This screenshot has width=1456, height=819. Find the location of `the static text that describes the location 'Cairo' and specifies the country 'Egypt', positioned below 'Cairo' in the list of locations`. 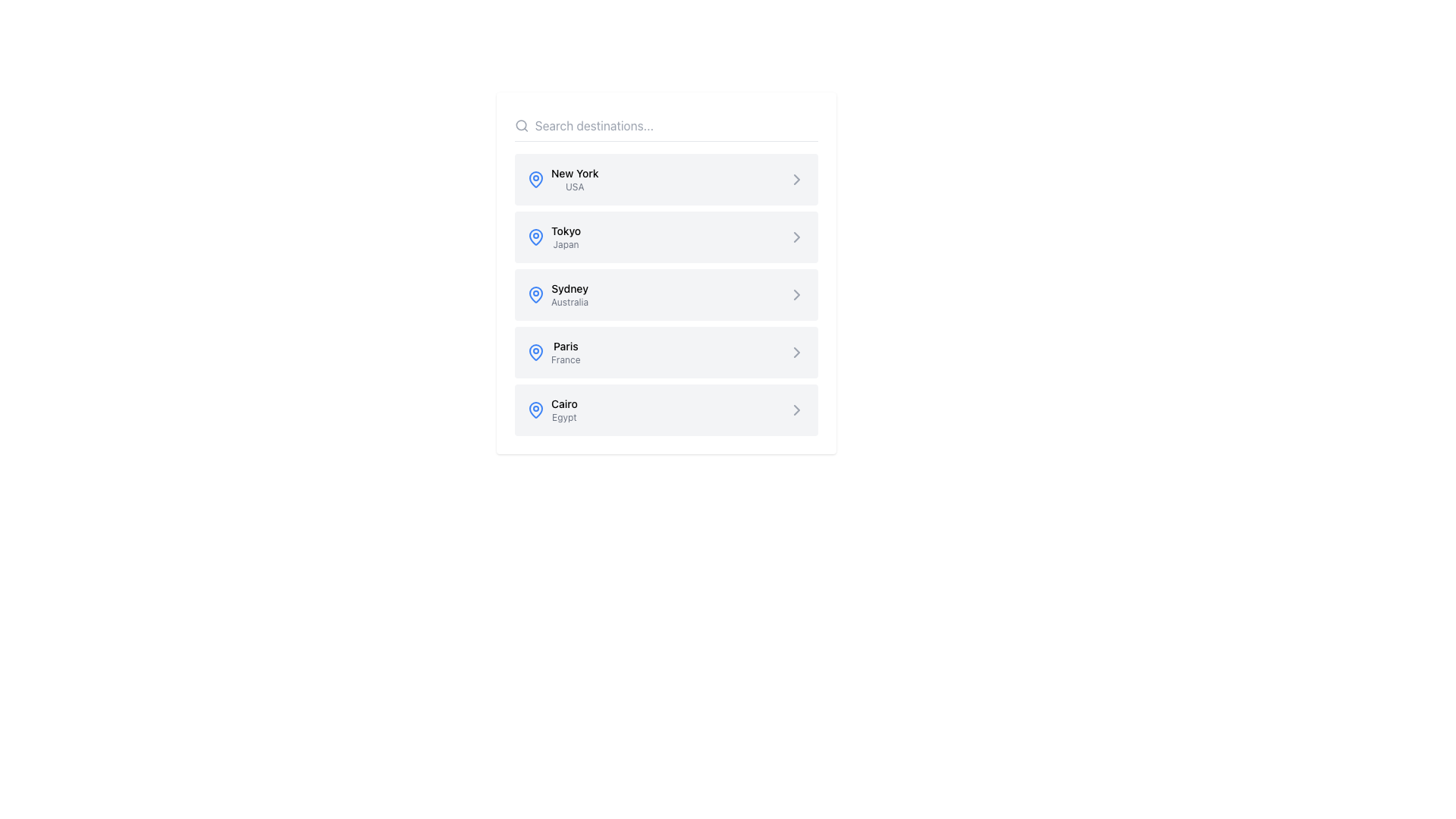

the static text that describes the location 'Cairo' and specifies the country 'Egypt', positioned below 'Cairo' in the list of locations is located at coordinates (563, 418).